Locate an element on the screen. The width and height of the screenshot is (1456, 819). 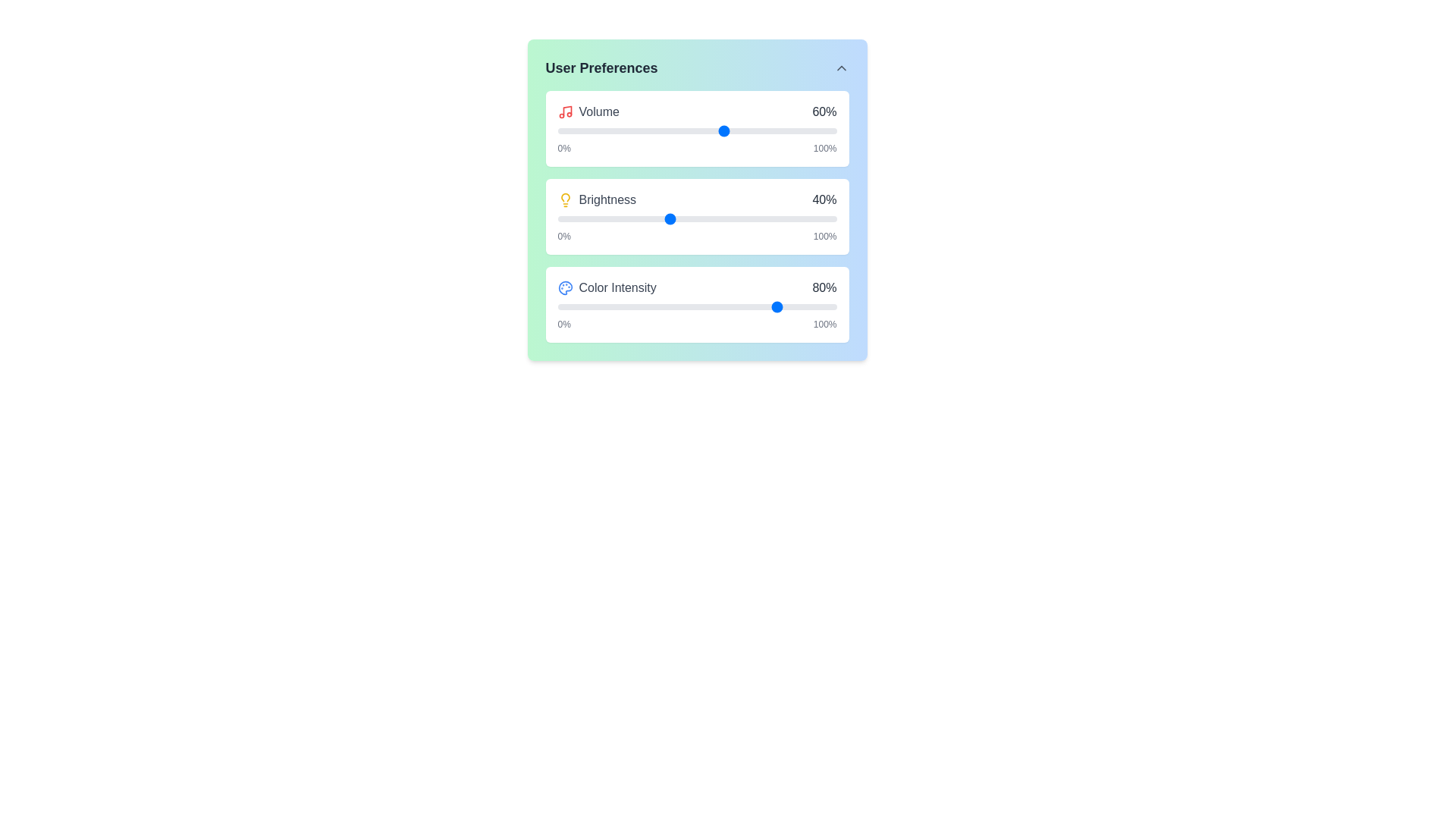
the brightness level is located at coordinates (570, 219).